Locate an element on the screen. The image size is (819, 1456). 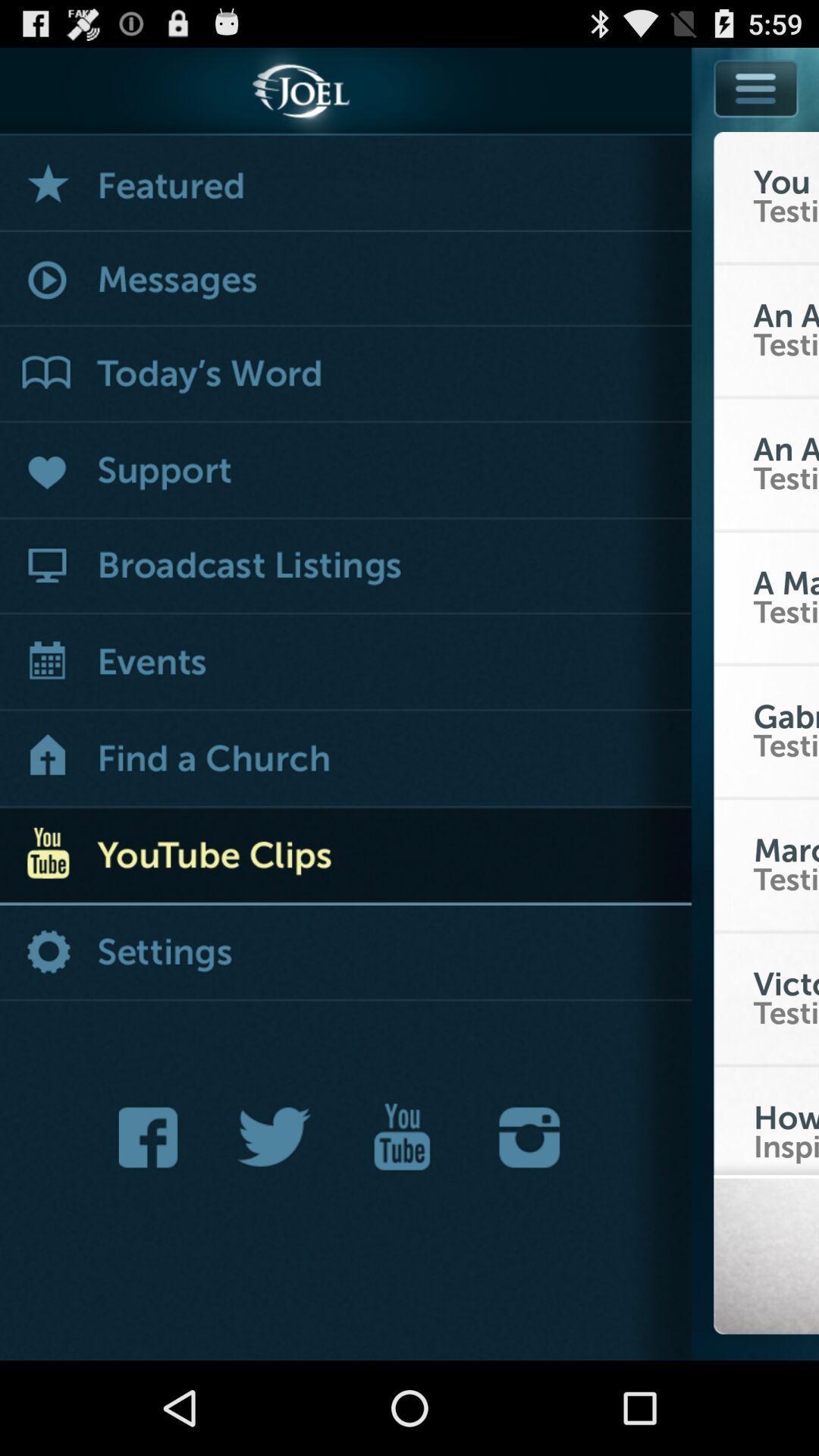
the twitter icon is located at coordinates (275, 1217).